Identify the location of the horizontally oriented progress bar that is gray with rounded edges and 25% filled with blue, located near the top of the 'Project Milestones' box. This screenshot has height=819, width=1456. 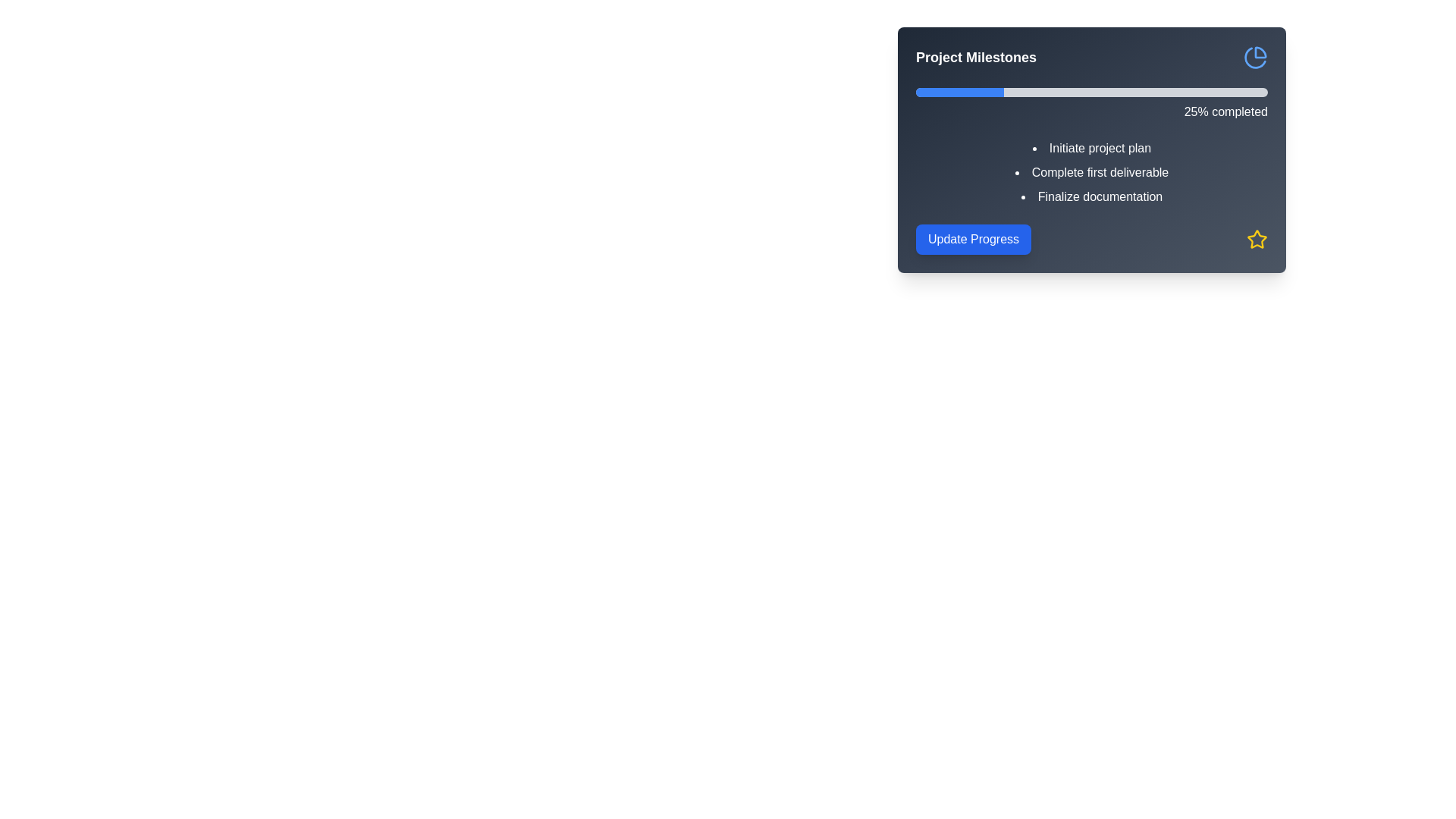
(1092, 93).